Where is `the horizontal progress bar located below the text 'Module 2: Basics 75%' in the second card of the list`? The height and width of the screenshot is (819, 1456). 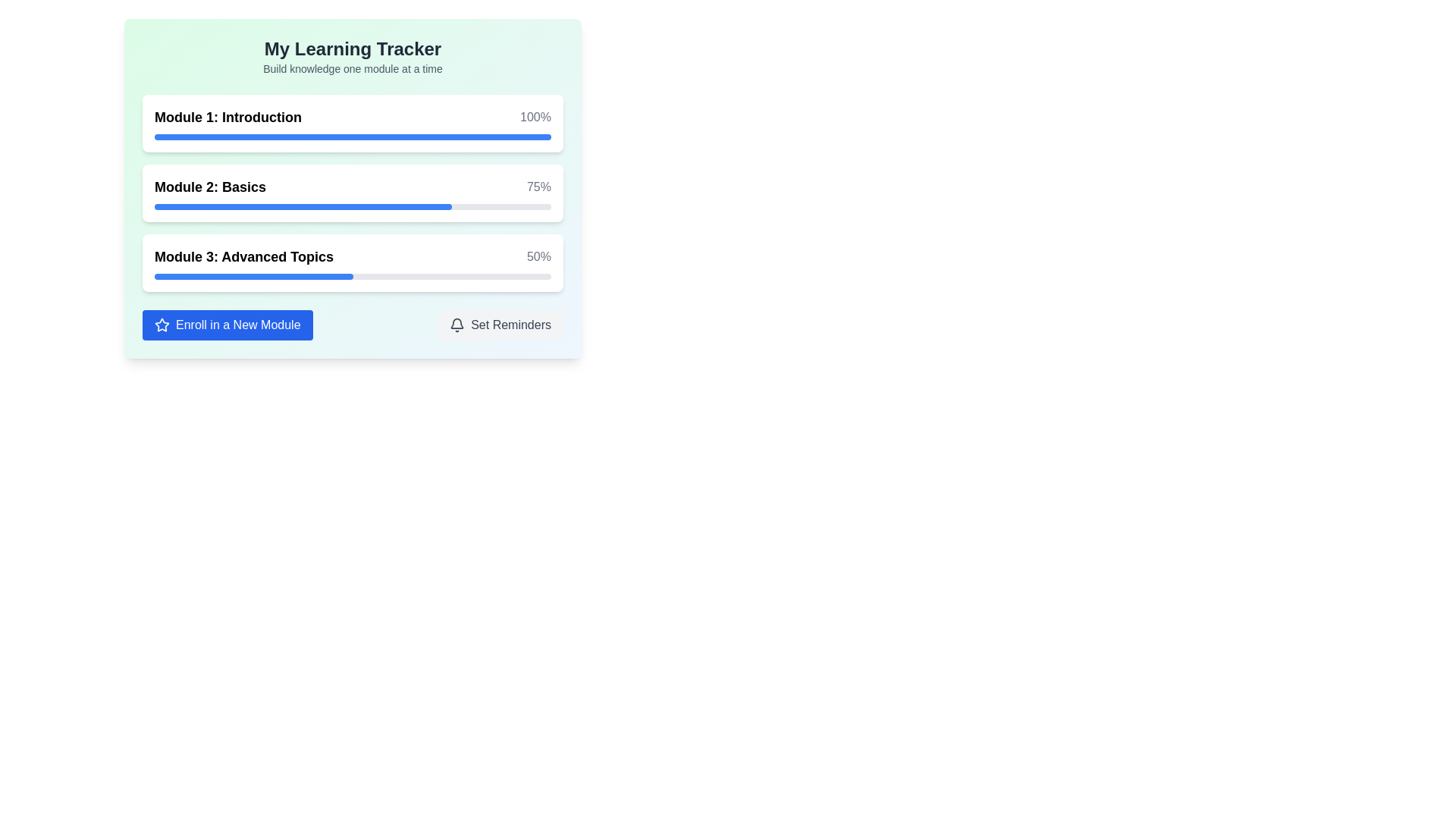
the horizontal progress bar located below the text 'Module 2: Basics 75%' in the second card of the list is located at coordinates (352, 207).